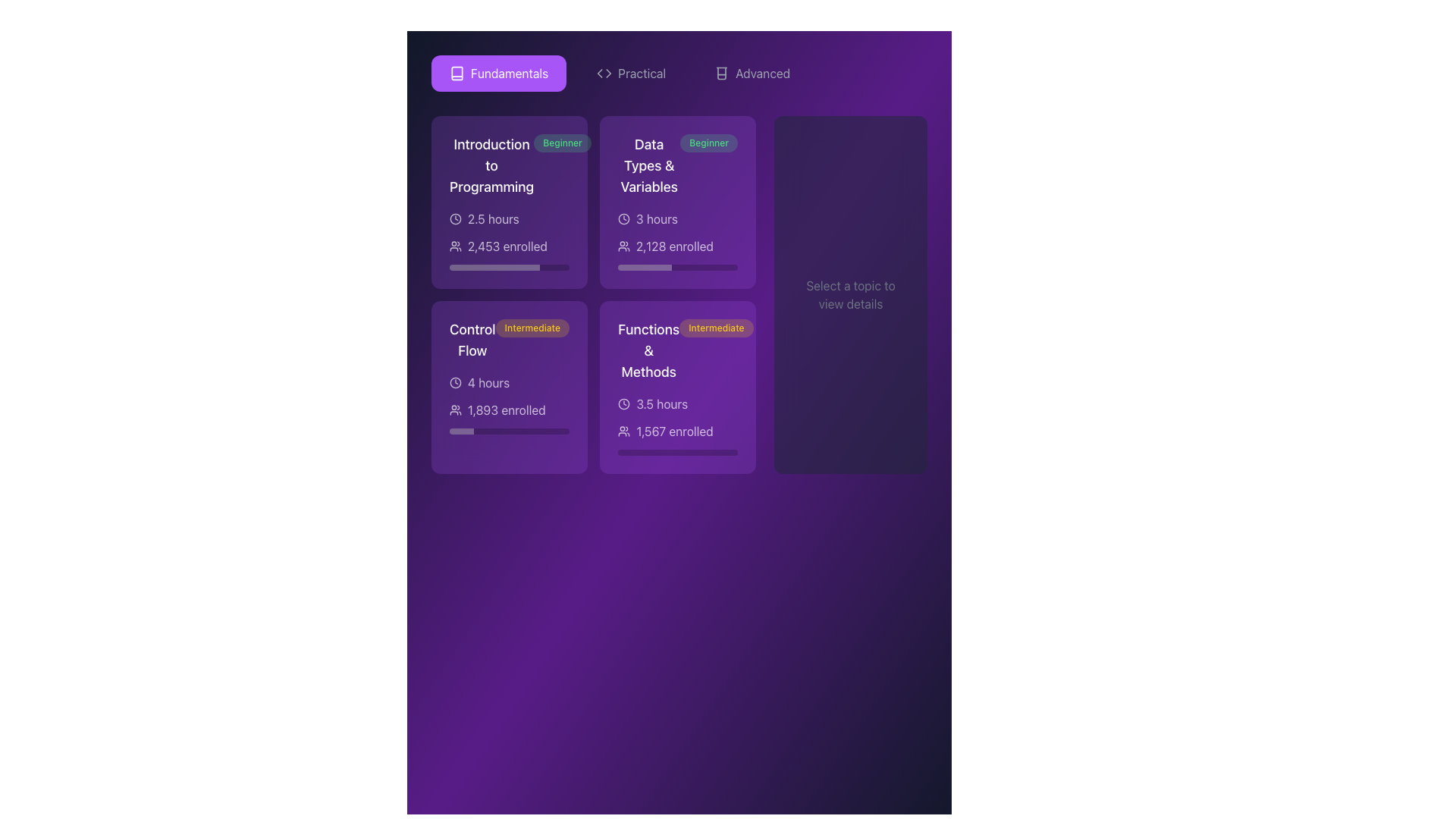 The height and width of the screenshot is (819, 1456). What do you see at coordinates (510, 239) in the screenshot?
I see `the informational block that displays key metrics about the course, including its duration and enrollment count, located within the 'Introduction to Programming' section marked as 'Beginner'` at bounding box center [510, 239].